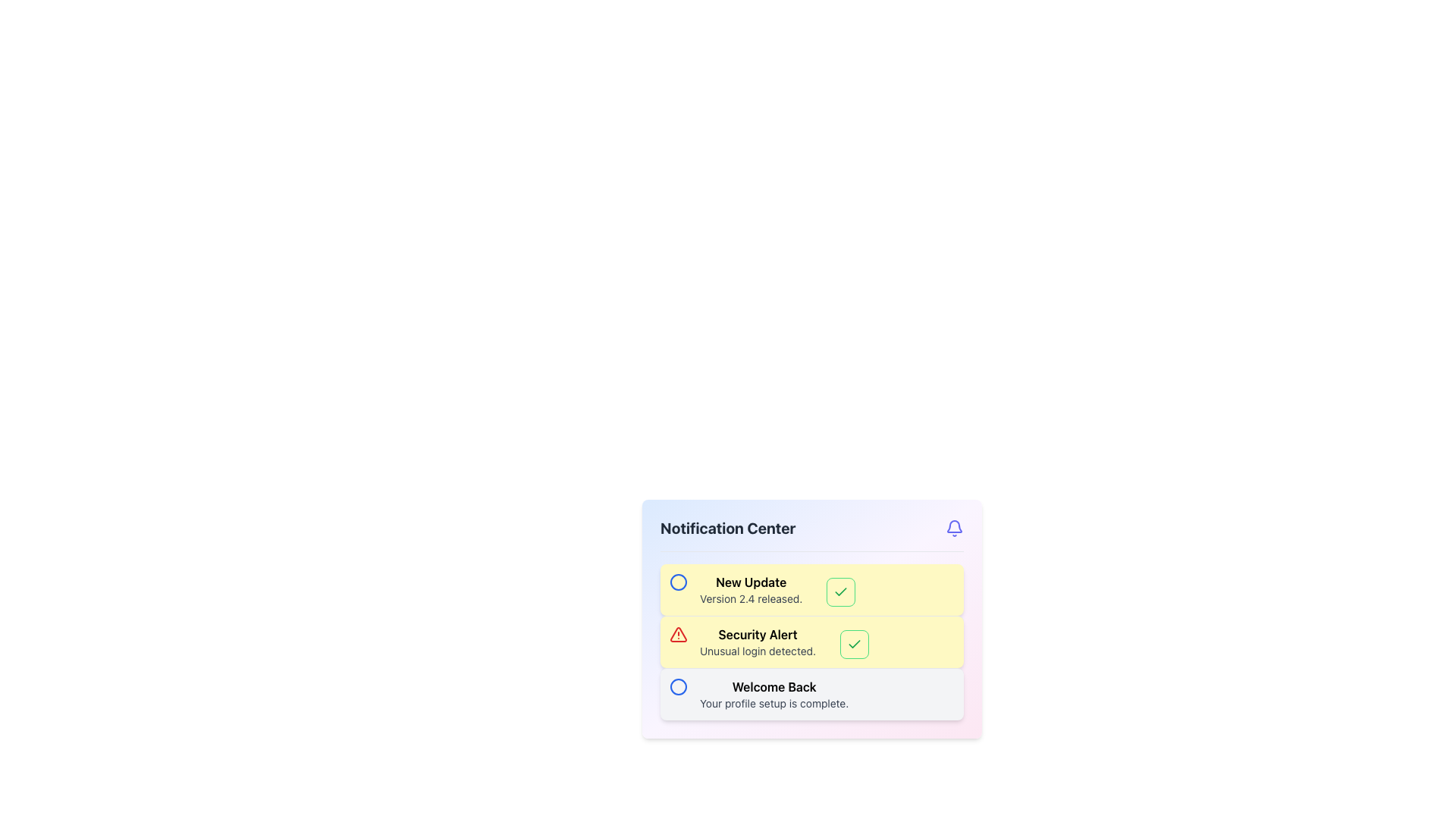 This screenshot has width=1456, height=819. Describe the element at coordinates (677, 687) in the screenshot. I see `the Circle graphical element located in the notification box, next to the text 'Welcome Back.'` at that location.